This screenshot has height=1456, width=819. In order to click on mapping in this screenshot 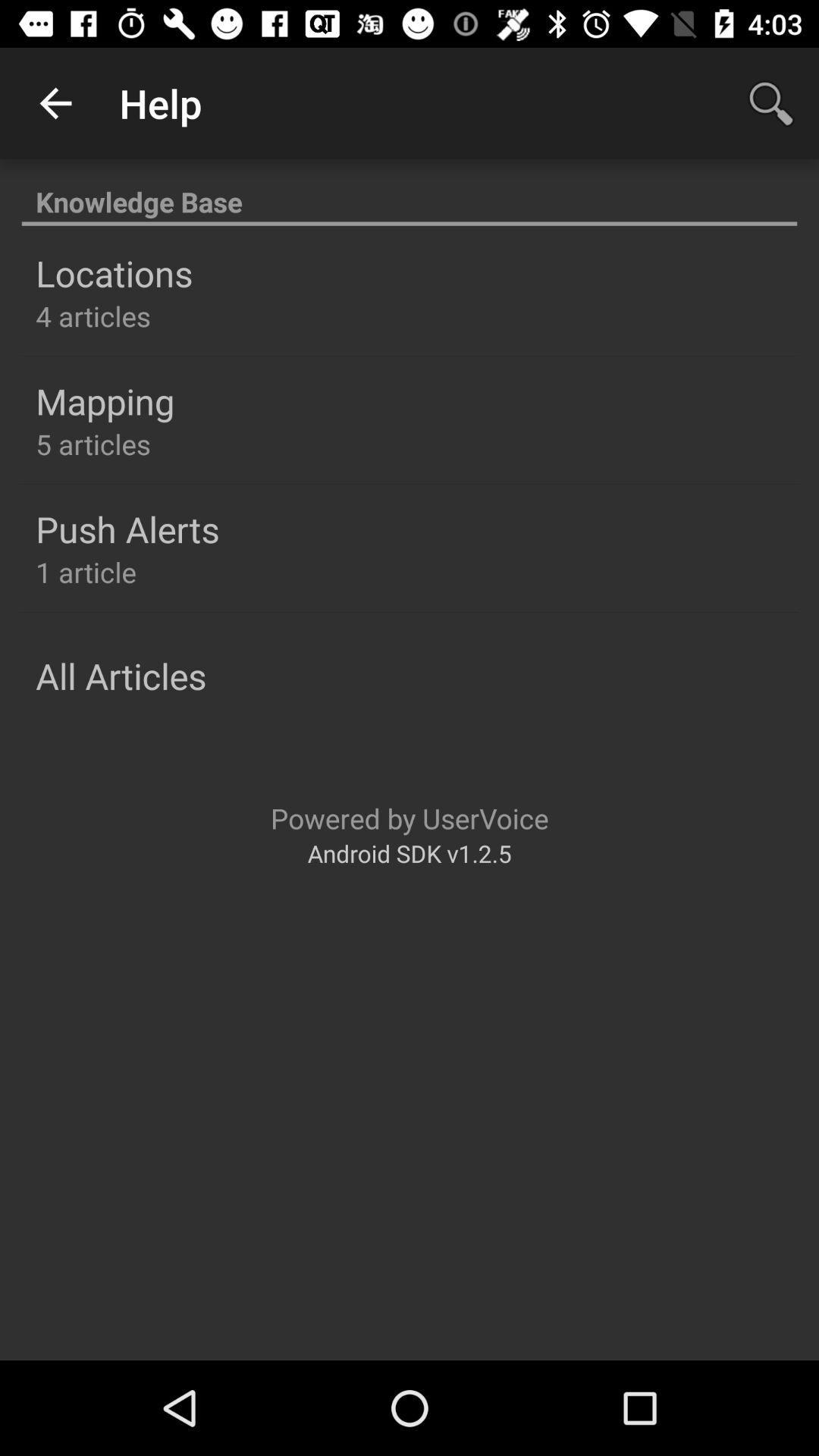, I will do `click(104, 401)`.